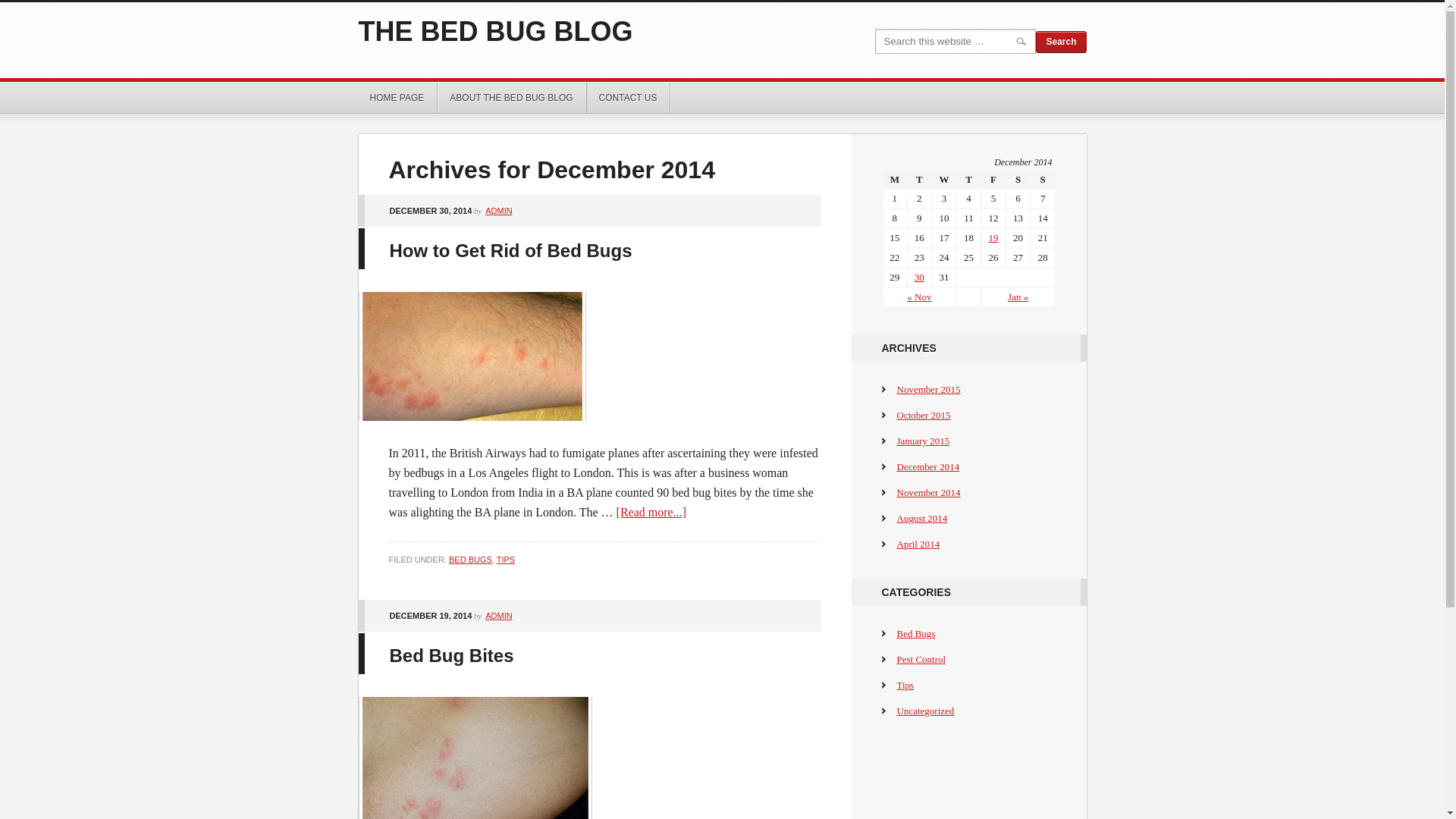 The image size is (1456, 819). Describe the element at coordinates (905, 685) in the screenshot. I see `'Tips'` at that location.